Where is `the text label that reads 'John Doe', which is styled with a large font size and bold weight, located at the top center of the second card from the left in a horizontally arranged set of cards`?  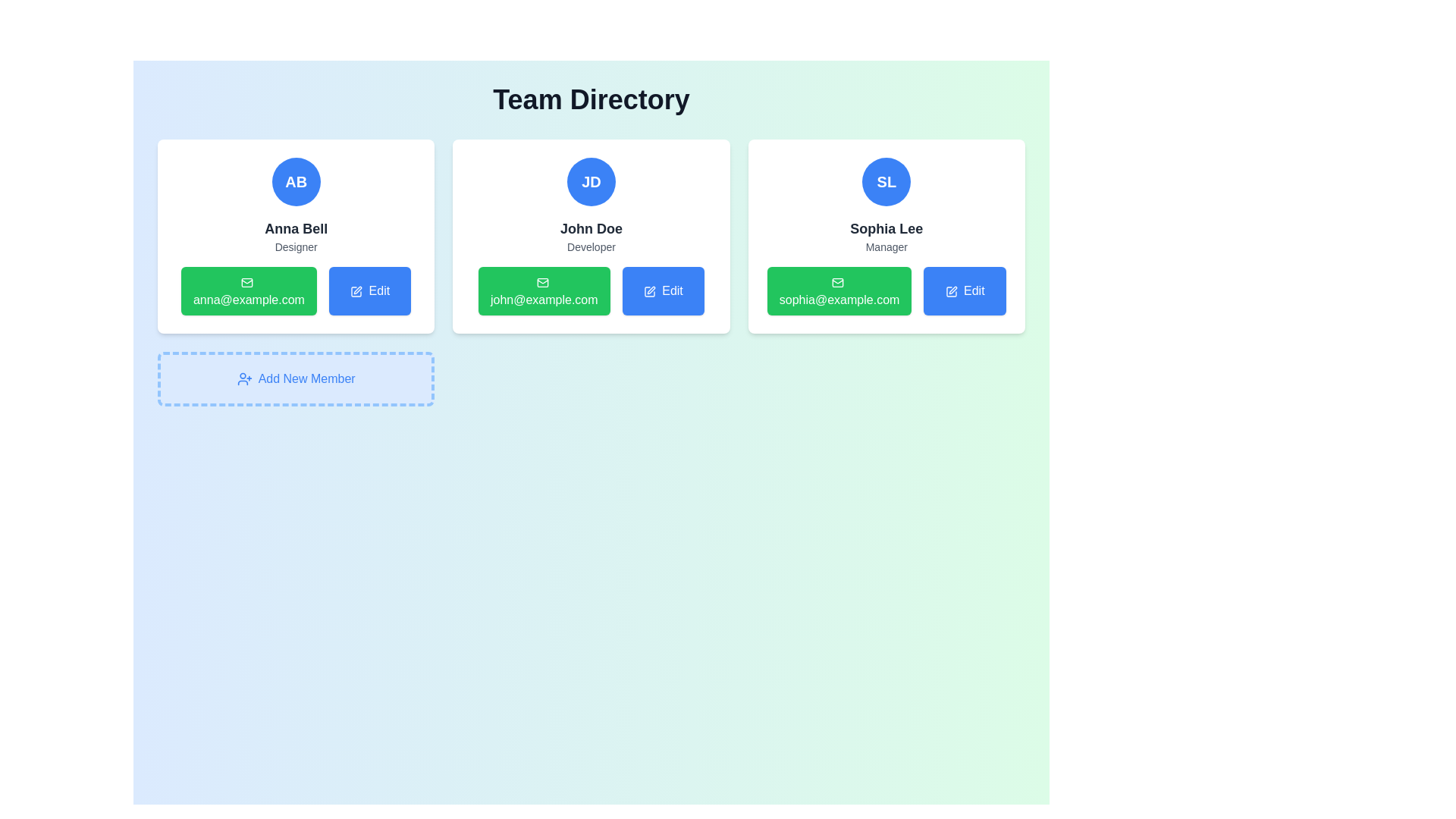
the text label that reads 'John Doe', which is styled with a large font size and bold weight, located at the top center of the second card from the left in a horizontally arranged set of cards is located at coordinates (590, 228).